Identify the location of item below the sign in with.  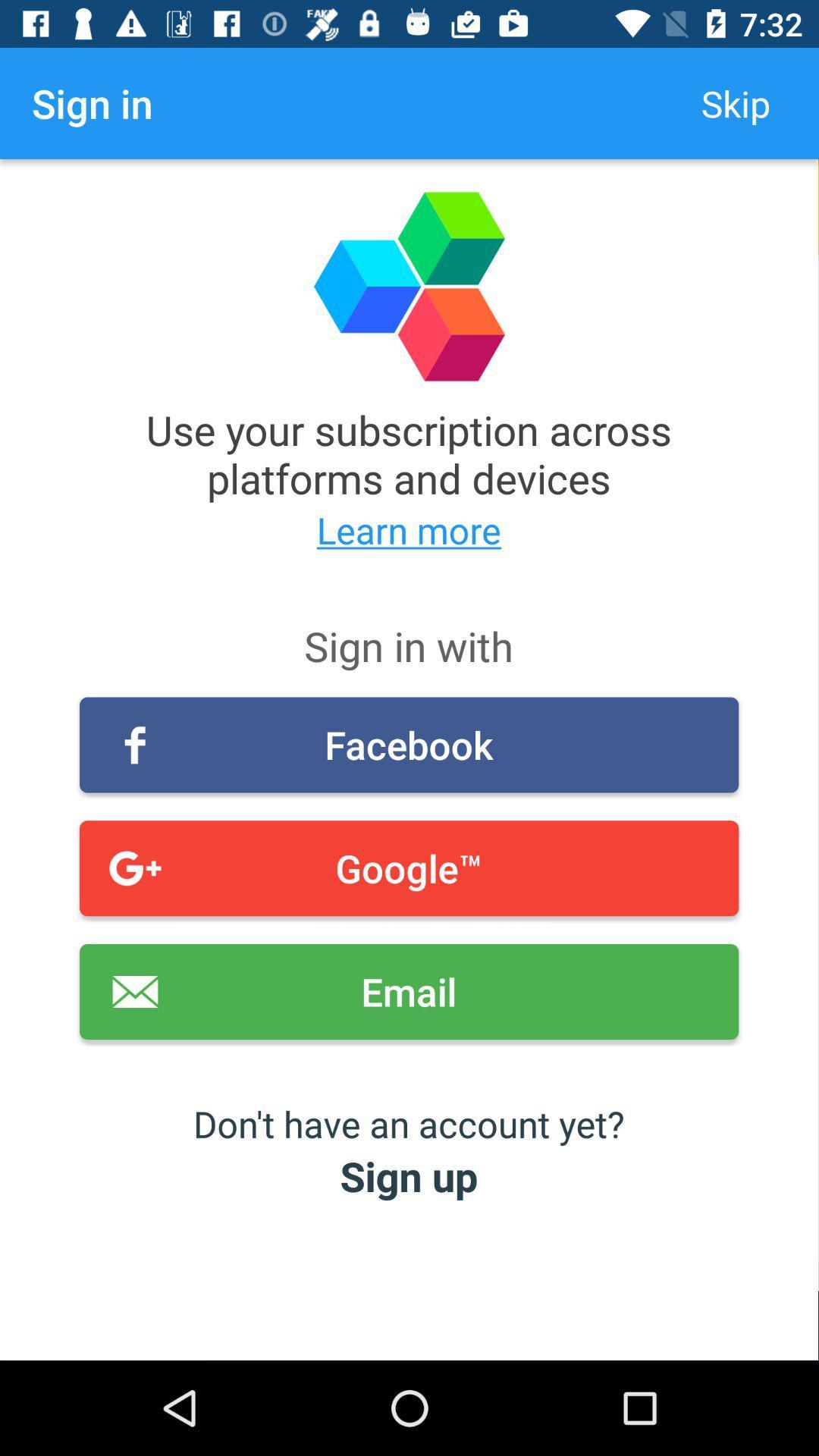
(408, 745).